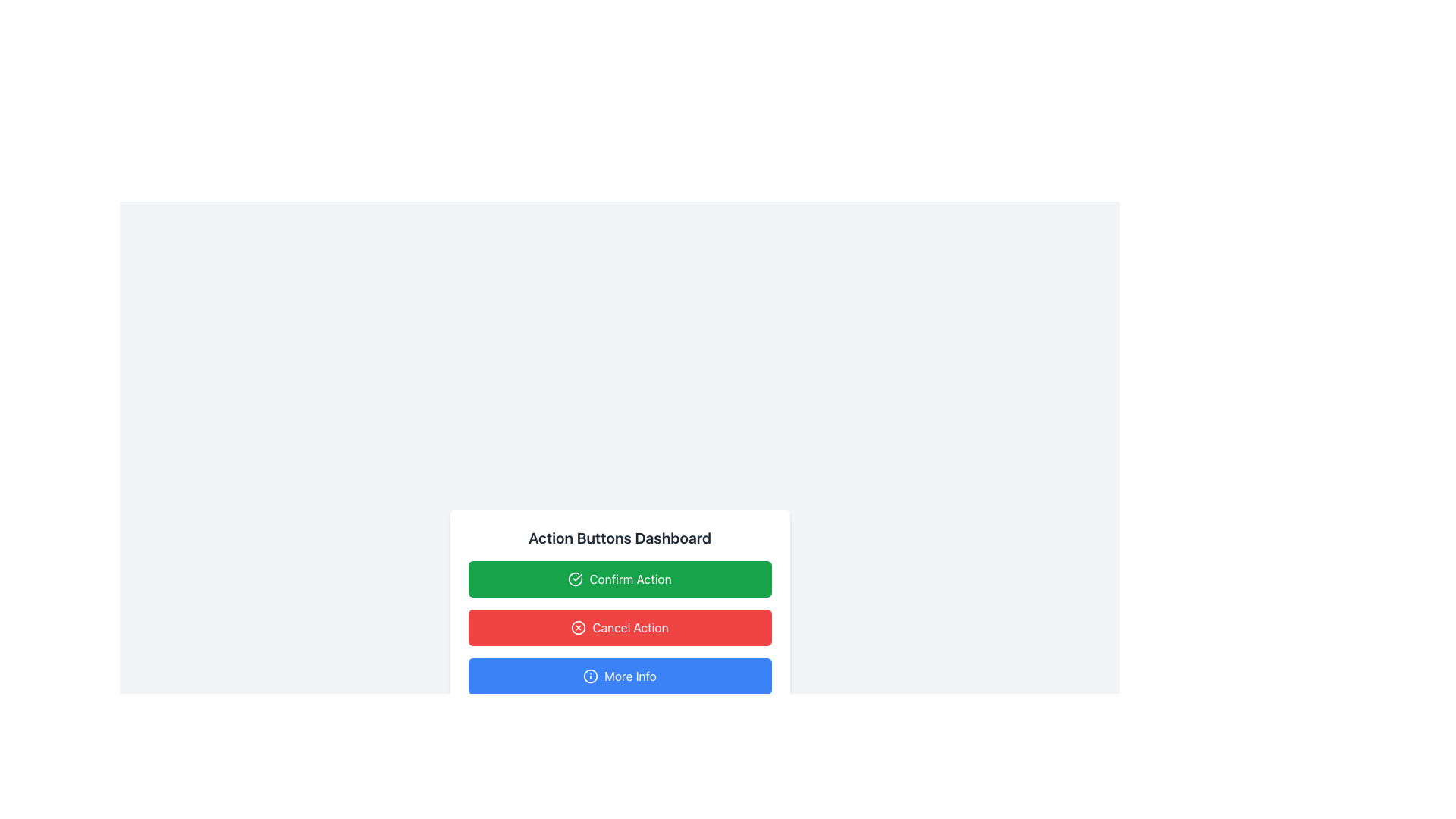 This screenshot has width=1456, height=819. I want to click on the text label displaying 'Action Buttons Dashboard', which is styled with a bold, large font and dark gray color, located at the top of a white card, so click(620, 537).